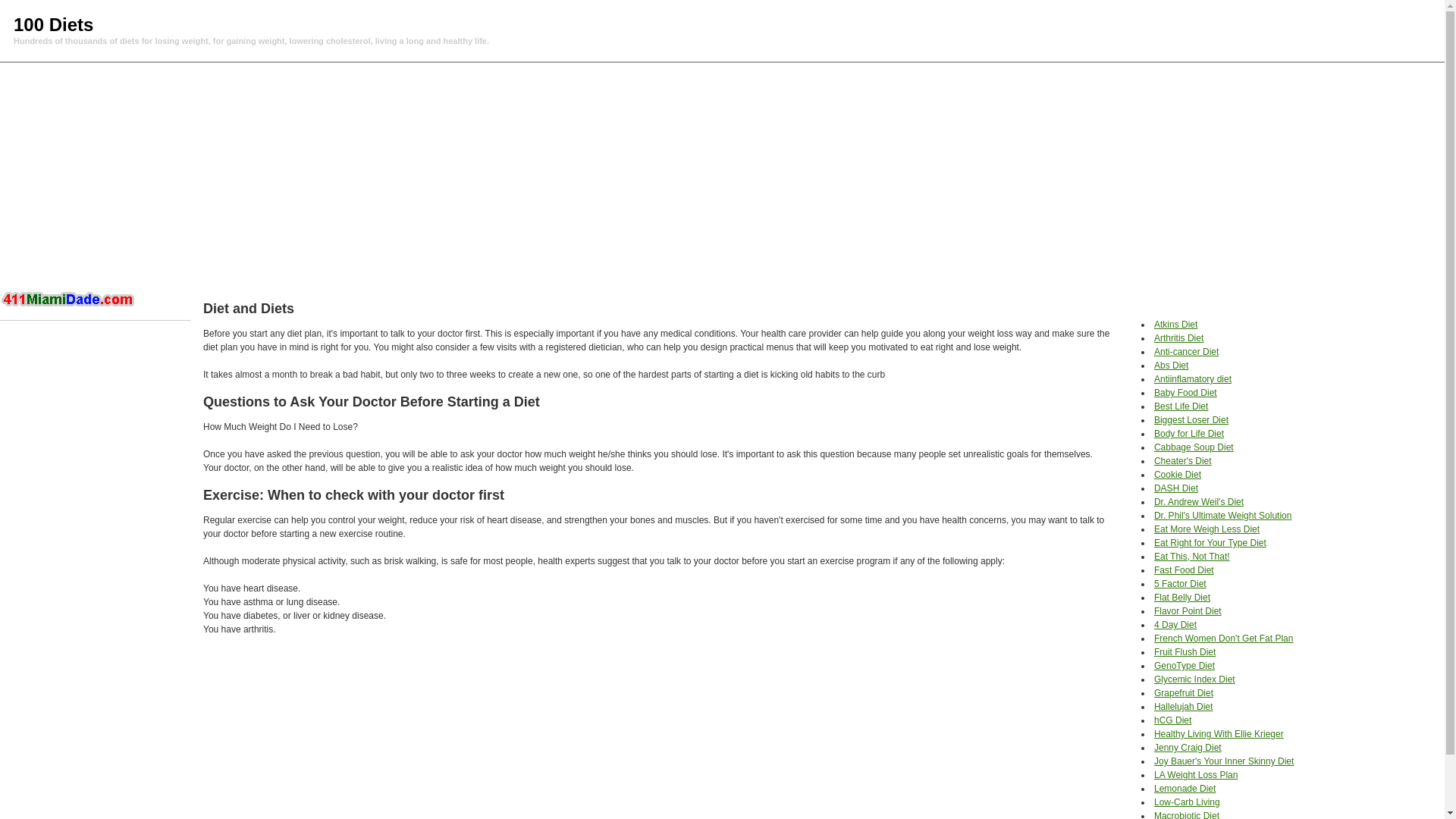 The width and height of the screenshot is (1456, 819). Describe the element at coordinates (1170, 366) in the screenshot. I see `'Abs Diet'` at that location.